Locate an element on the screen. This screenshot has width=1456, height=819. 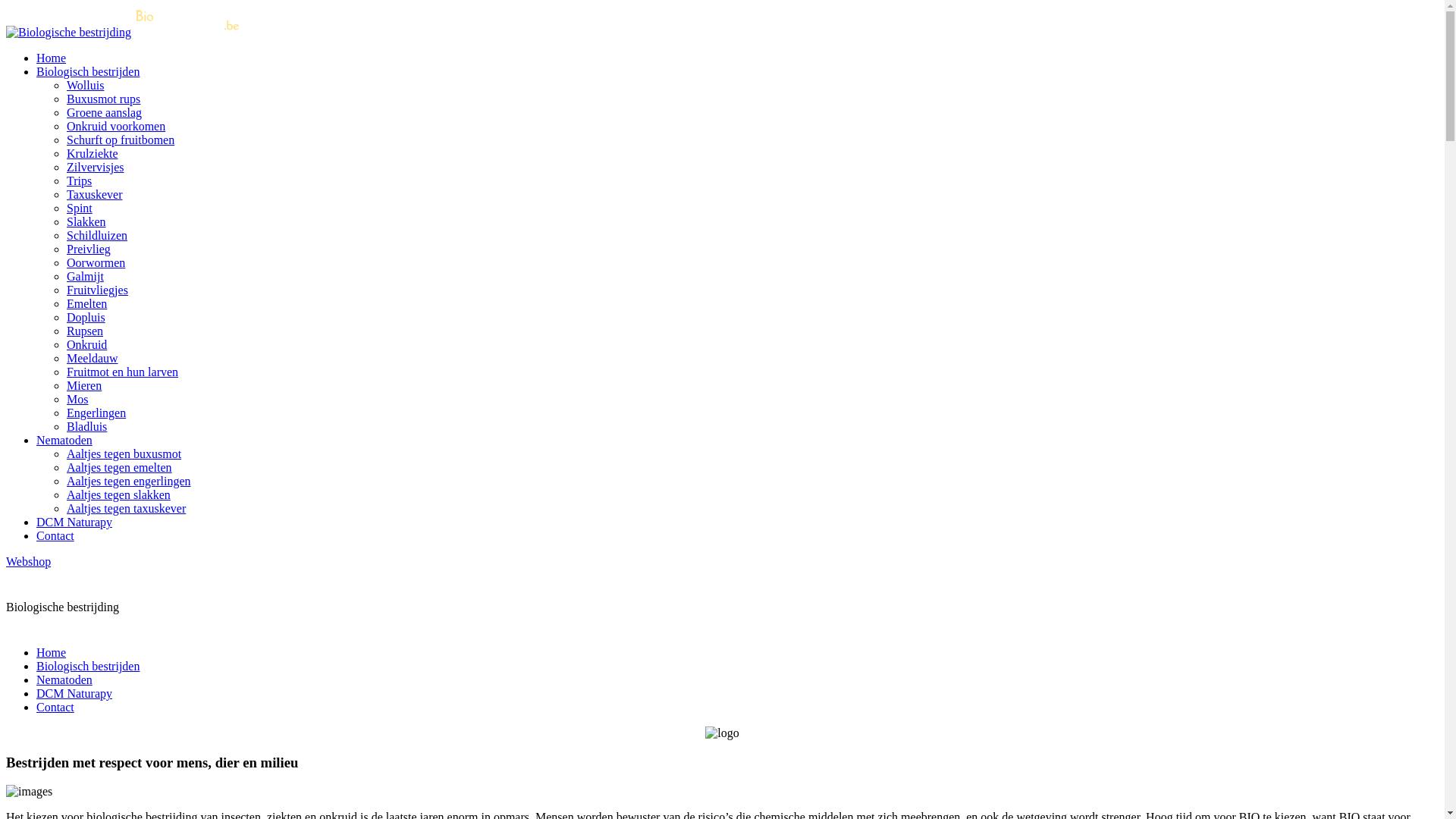
'Onkruid voorkomen' is located at coordinates (115, 125).